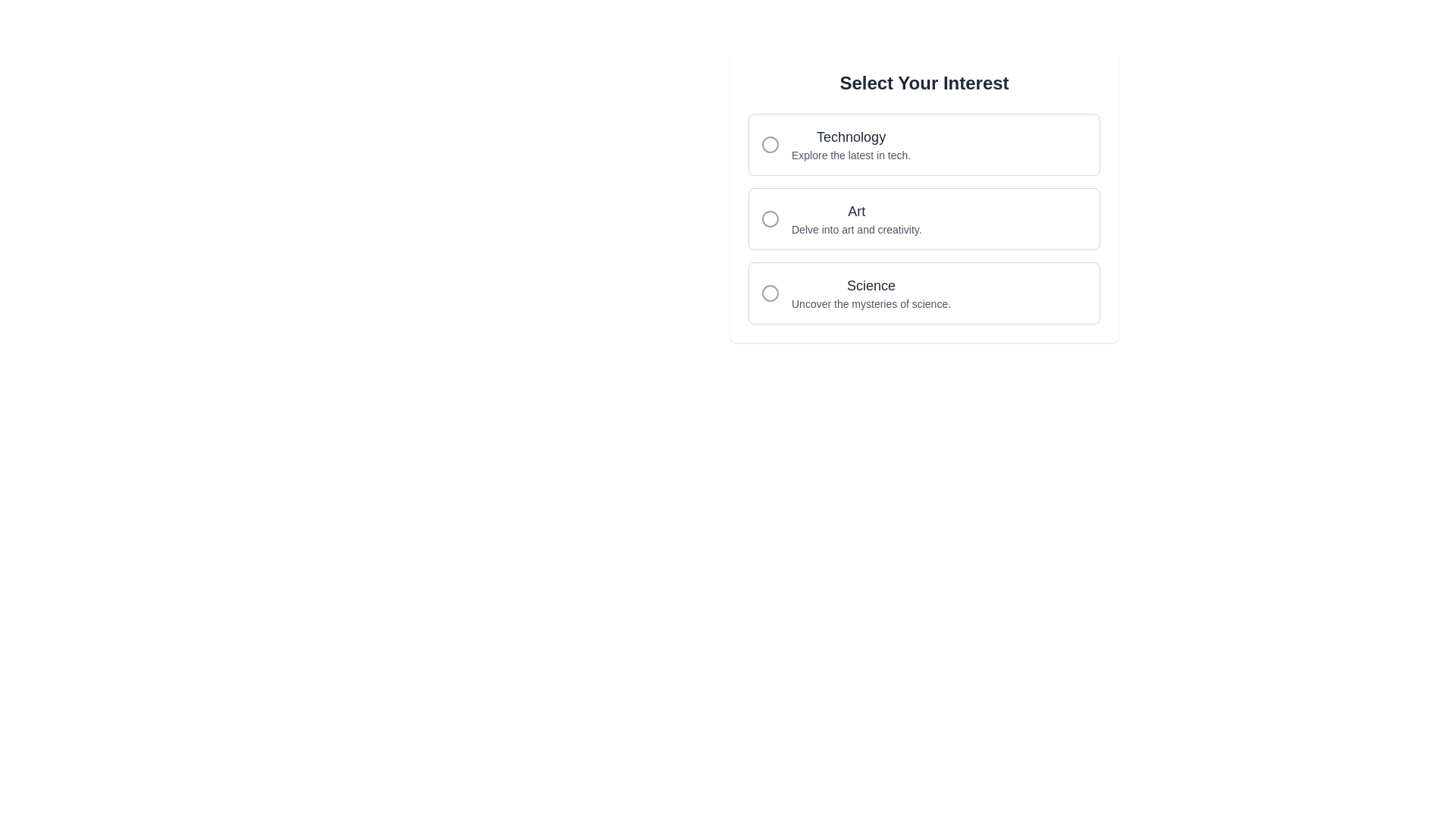  Describe the element at coordinates (924, 219) in the screenshot. I see `the radio button group item located in the center of the interface, which is the second option in a vertical list for selecting an interest category` at that location.